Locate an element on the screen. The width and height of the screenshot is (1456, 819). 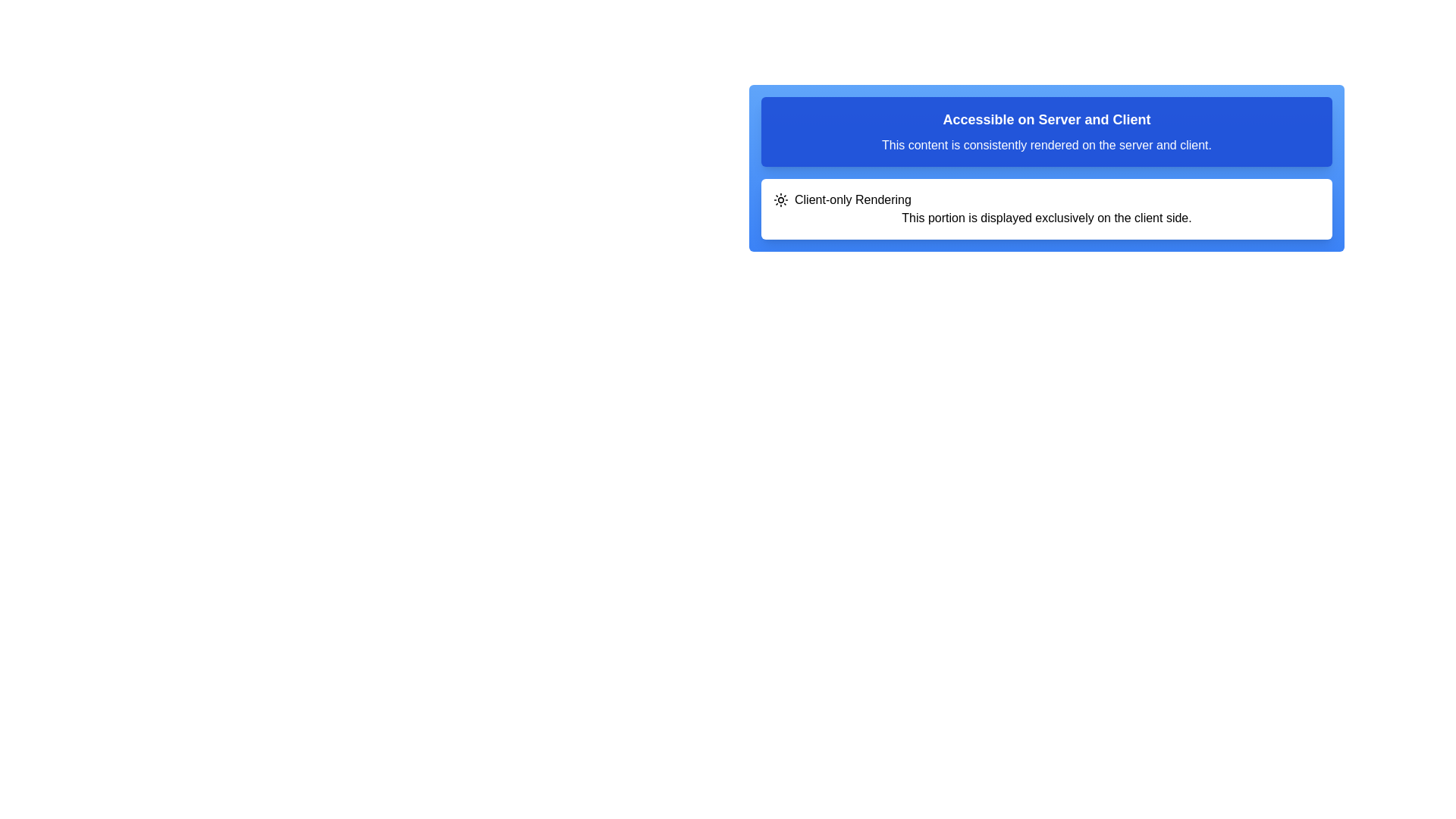
the text element stating 'This portion is displayed exclusively on the client side.' which is positioned beneath the heading 'Client-only Rendering.' is located at coordinates (1046, 218).